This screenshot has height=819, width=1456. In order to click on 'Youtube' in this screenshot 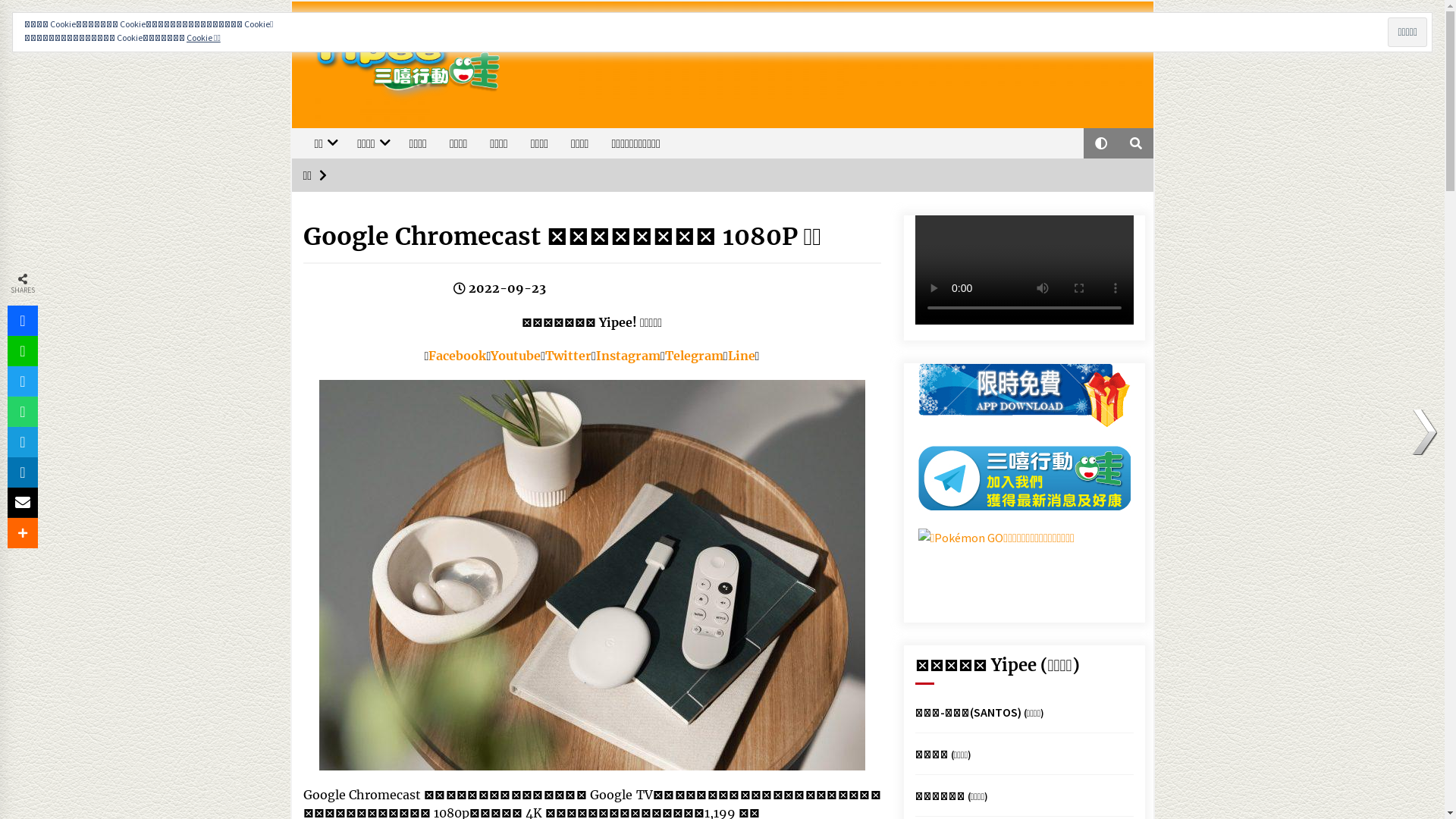, I will do `click(516, 356)`.